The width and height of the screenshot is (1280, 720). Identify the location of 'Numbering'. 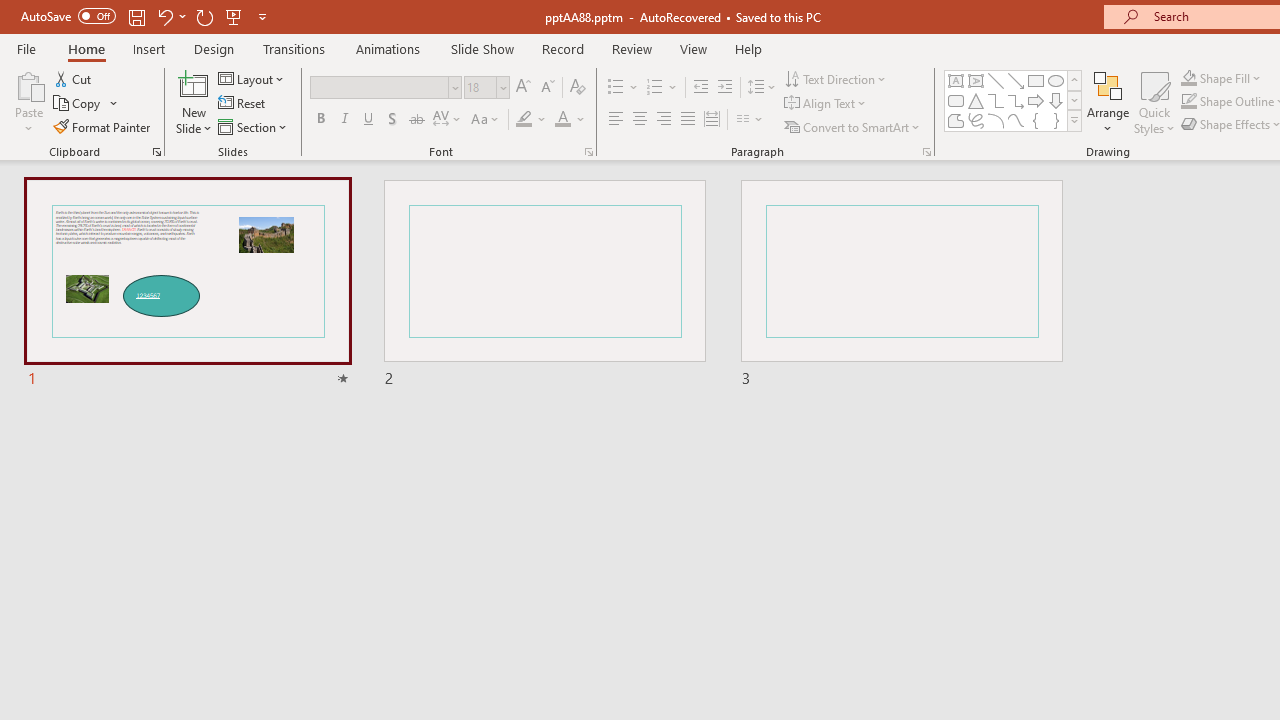
(654, 86).